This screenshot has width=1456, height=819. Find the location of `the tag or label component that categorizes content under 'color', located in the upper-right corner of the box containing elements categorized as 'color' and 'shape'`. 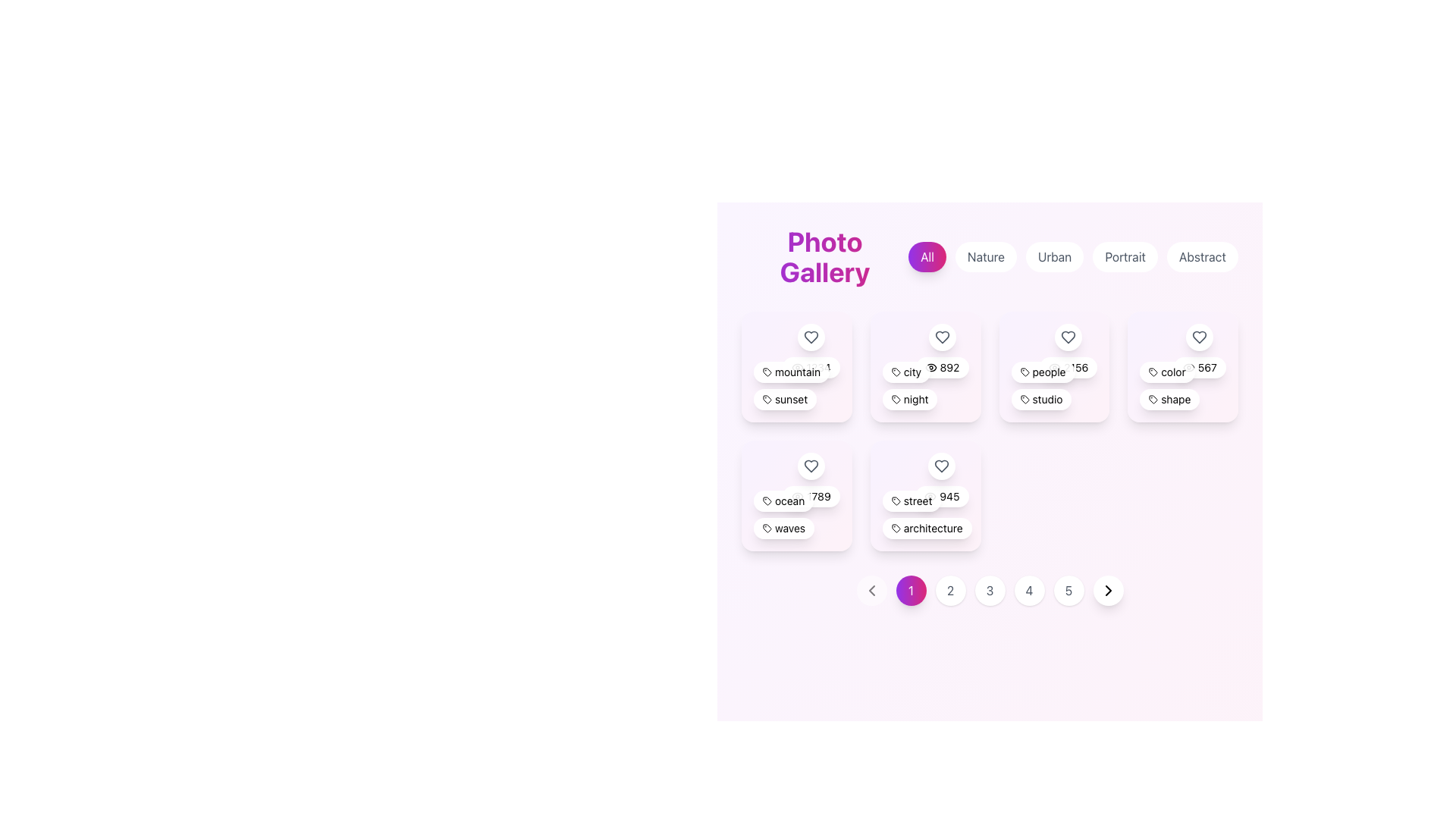

the tag or label component that categorizes content under 'color', located in the upper-right corner of the box containing elements categorized as 'color' and 'shape' is located at coordinates (1166, 372).